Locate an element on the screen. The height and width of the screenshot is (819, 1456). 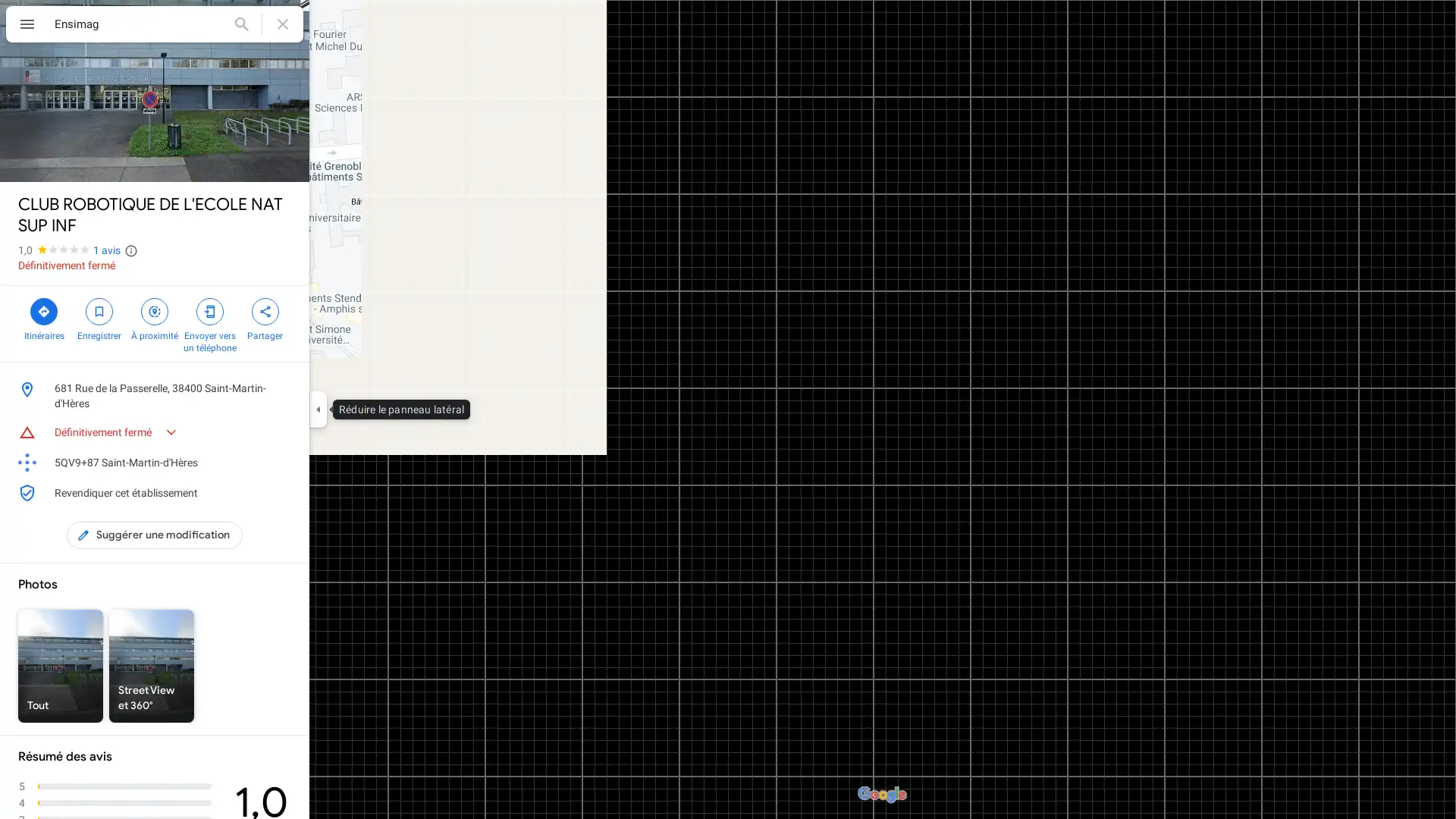
Copier le plus code is located at coordinates (261, 461).